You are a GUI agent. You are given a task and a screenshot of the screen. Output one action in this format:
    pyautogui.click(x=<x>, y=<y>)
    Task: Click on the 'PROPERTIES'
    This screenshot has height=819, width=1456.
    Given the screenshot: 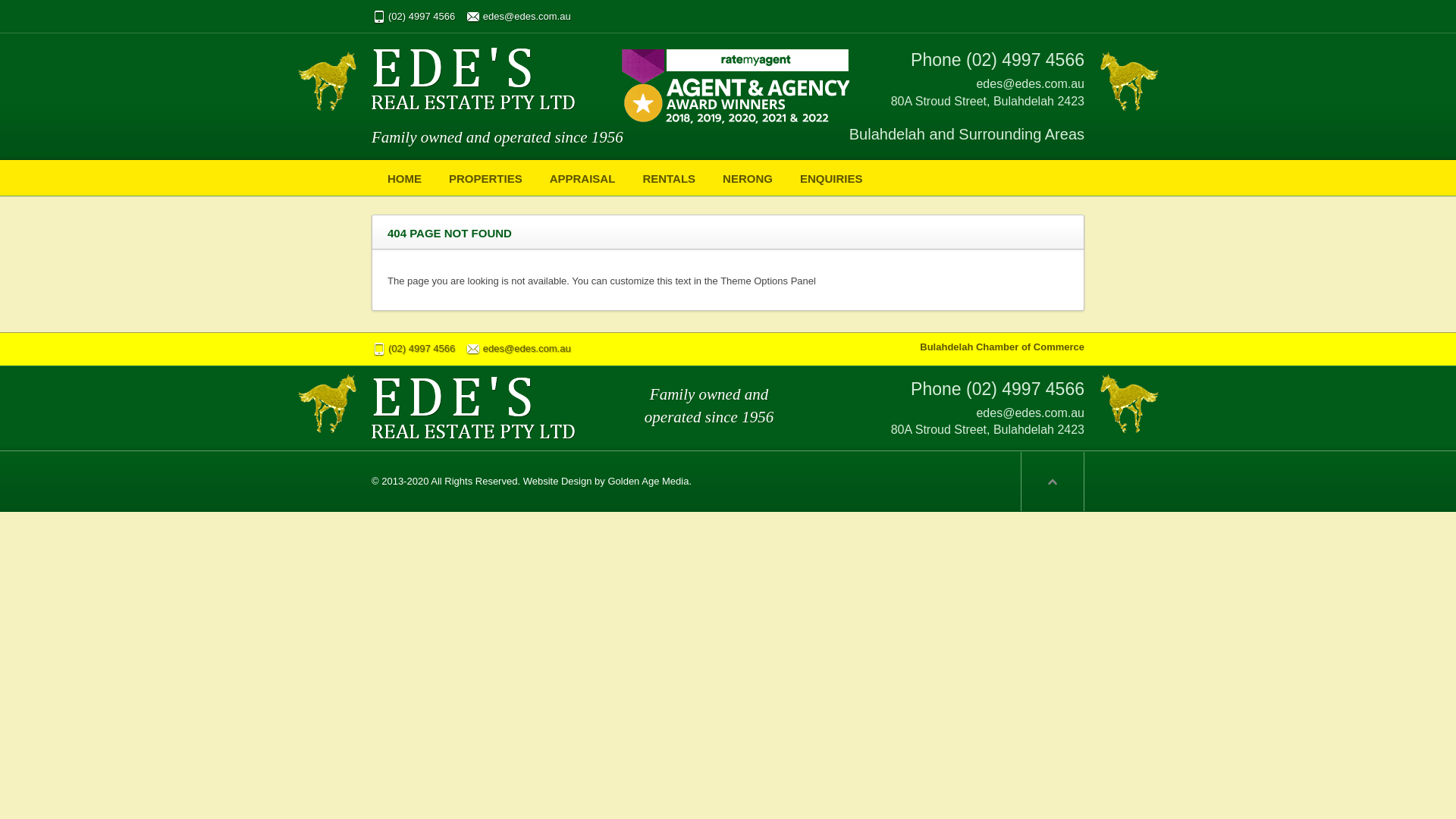 What is the action you would take?
    pyautogui.click(x=485, y=177)
    